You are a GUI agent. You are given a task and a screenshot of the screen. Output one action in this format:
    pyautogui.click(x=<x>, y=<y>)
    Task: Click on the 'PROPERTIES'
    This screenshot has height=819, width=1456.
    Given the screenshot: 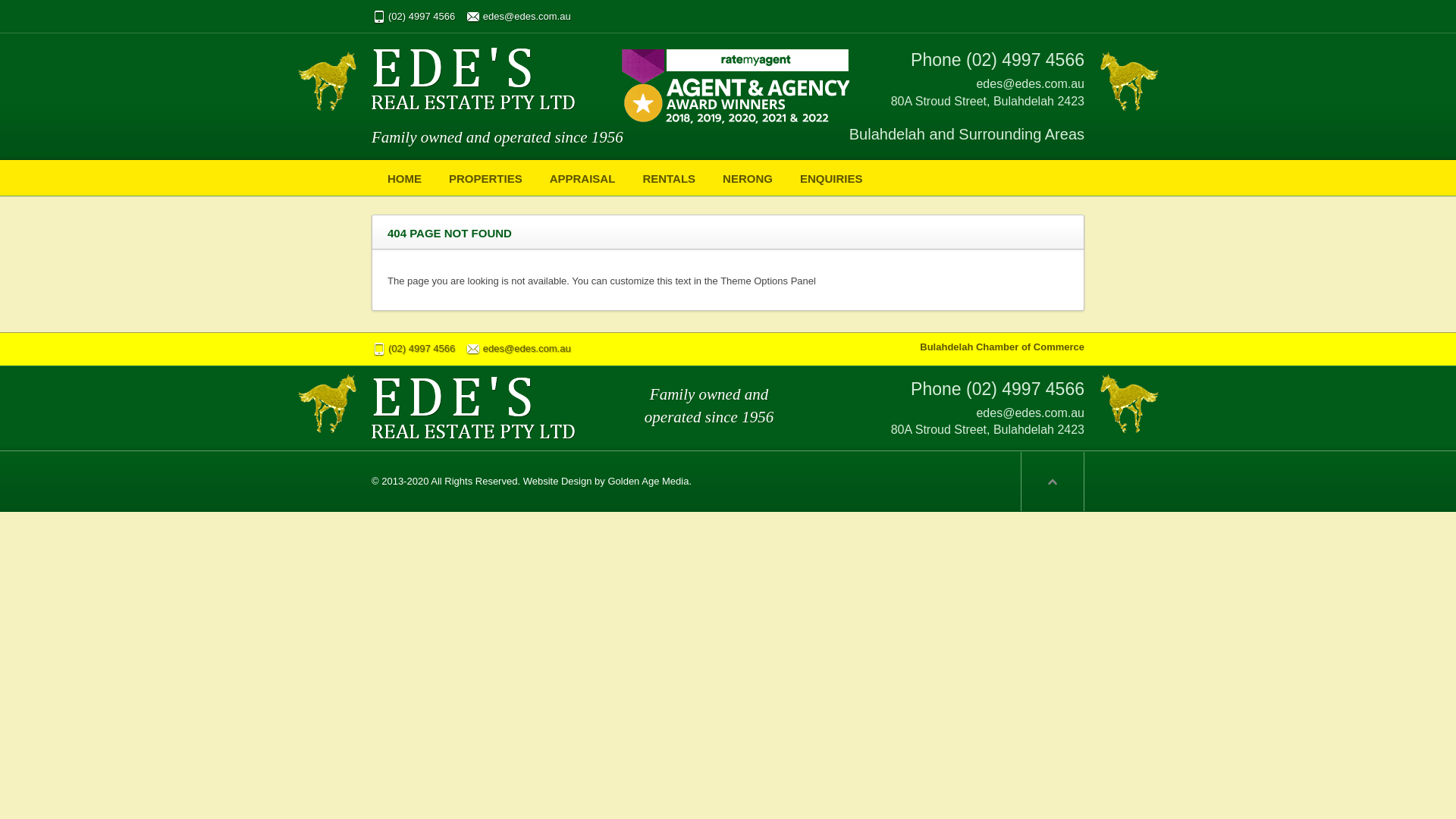 What is the action you would take?
    pyautogui.click(x=485, y=177)
    